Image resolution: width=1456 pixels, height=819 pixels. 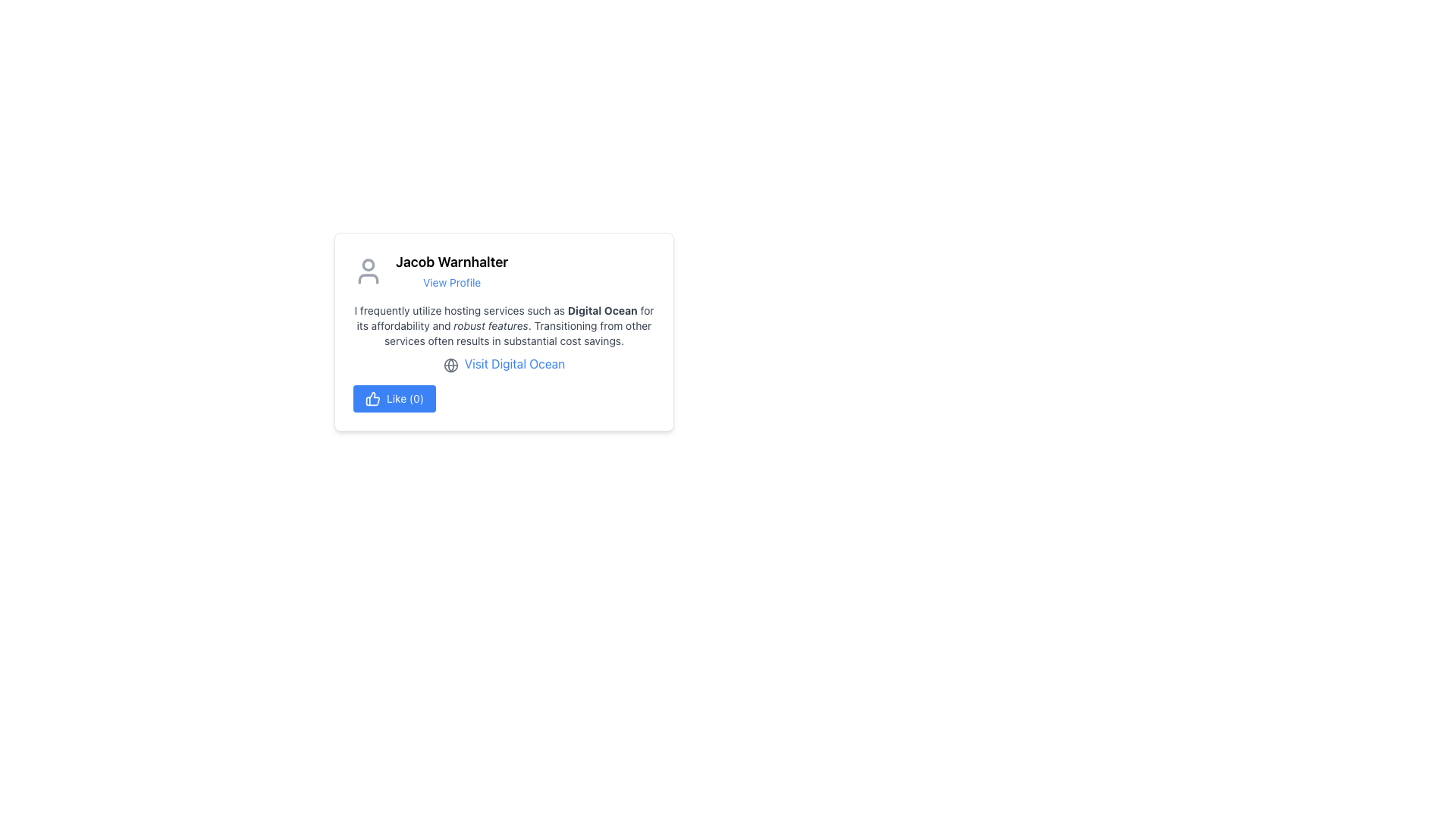 I want to click on the 'Like (0)' text within the blue button that includes a thumbs-up icon, located at the bottom-left corner of a card interface, so click(x=405, y=397).